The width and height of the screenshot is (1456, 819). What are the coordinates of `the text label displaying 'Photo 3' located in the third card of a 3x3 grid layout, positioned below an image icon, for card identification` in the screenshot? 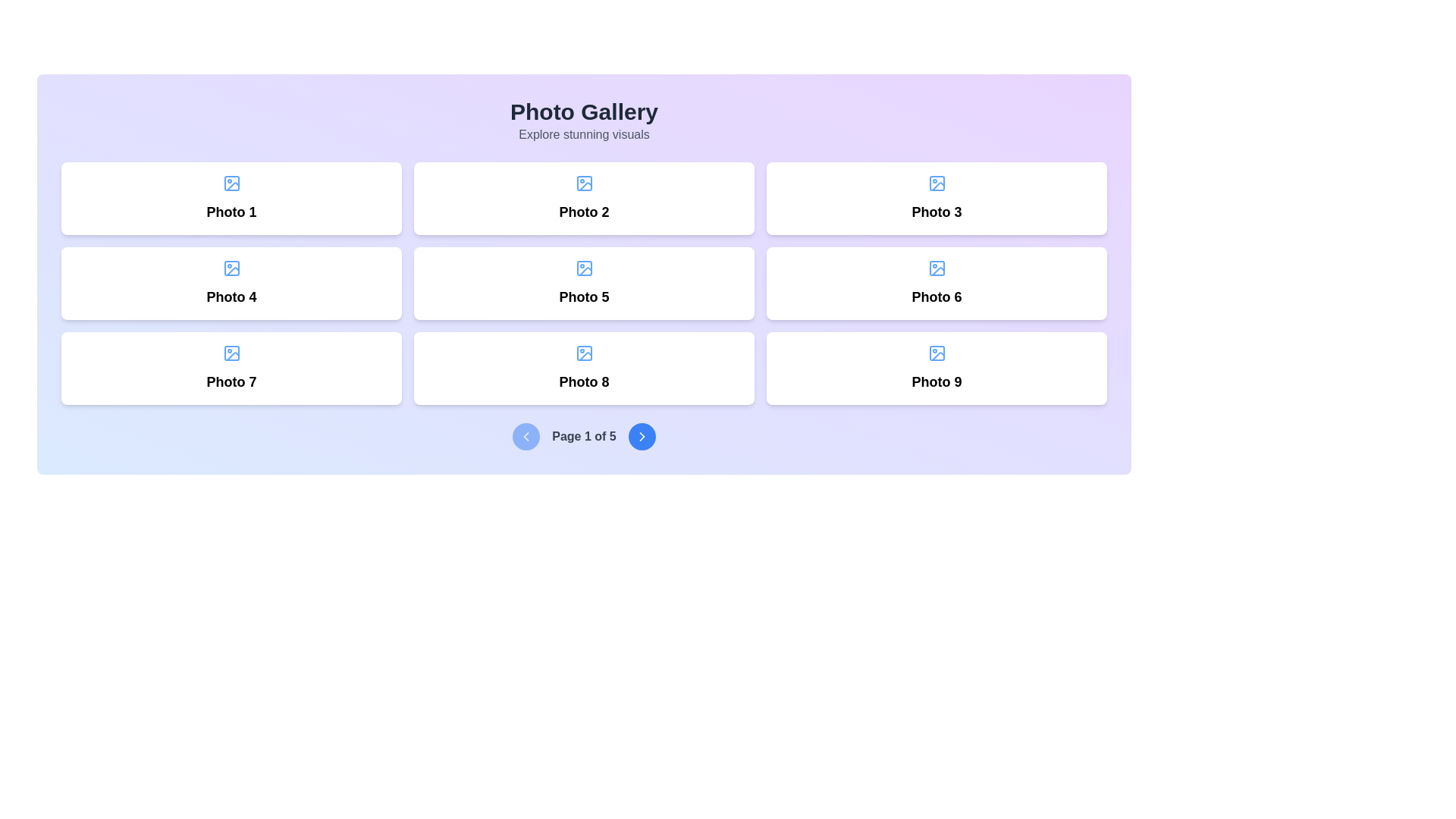 It's located at (936, 212).